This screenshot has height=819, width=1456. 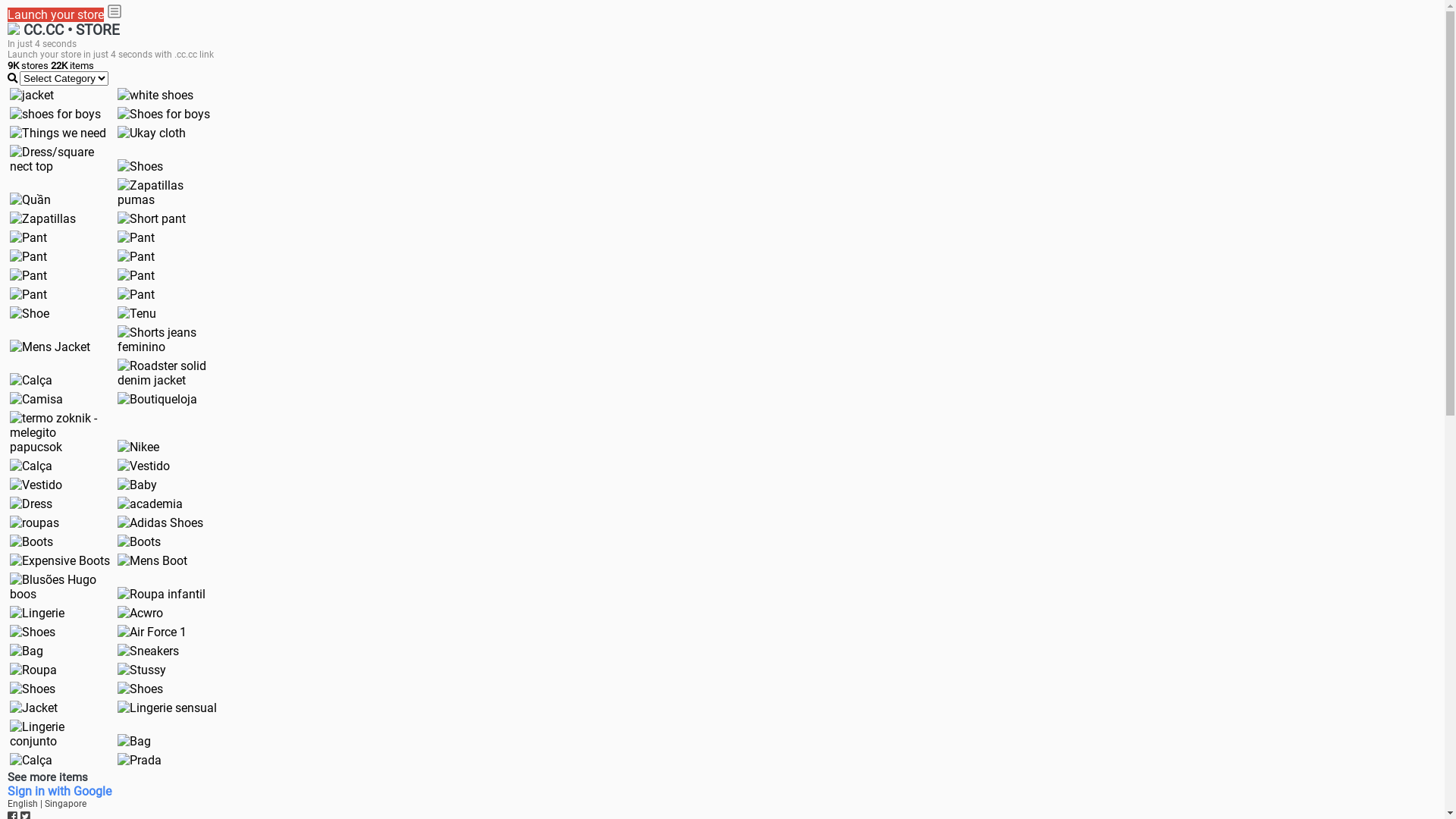 What do you see at coordinates (116, 132) in the screenshot?
I see `'Ukay cloth'` at bounding box center [116, 132].